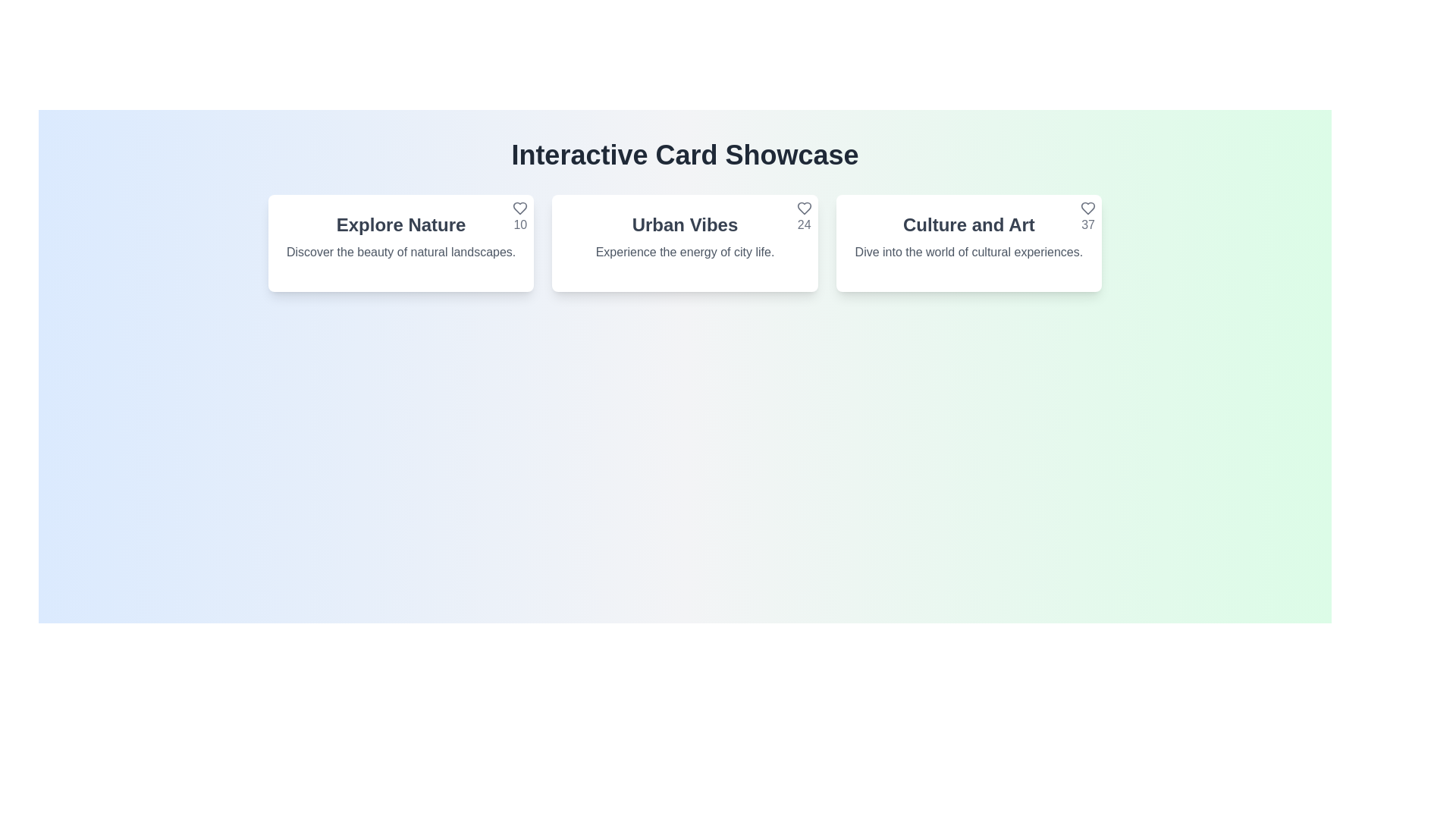  I want to click on the heart icon located in the top-right corner of the 'Culture and Art' card, so click(1087, 208).